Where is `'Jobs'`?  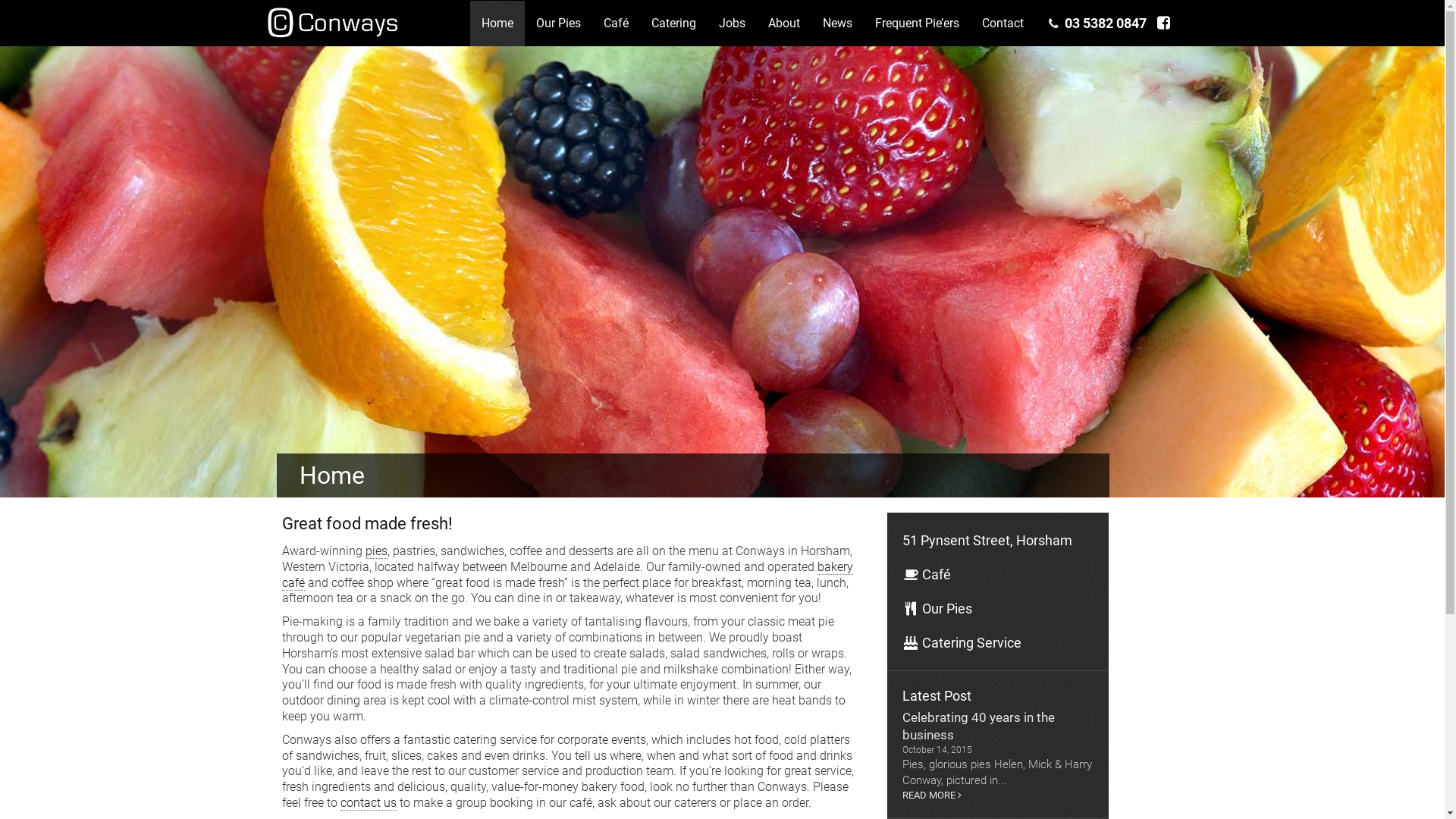
'Jobs' is located at coordinates (732, 23).